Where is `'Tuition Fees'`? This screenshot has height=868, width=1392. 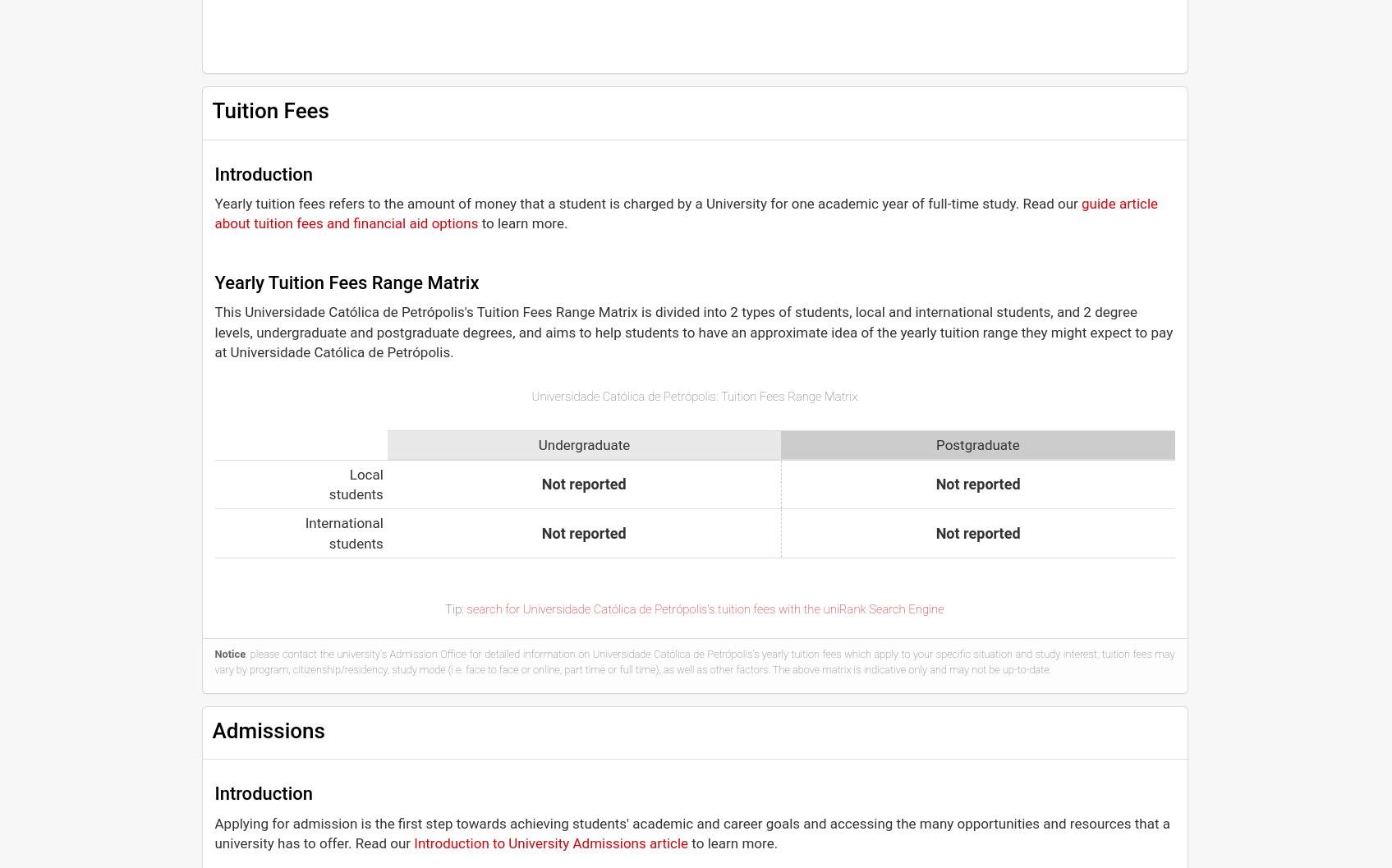 'Tuition Fees' is located at coordinates (269, 109).